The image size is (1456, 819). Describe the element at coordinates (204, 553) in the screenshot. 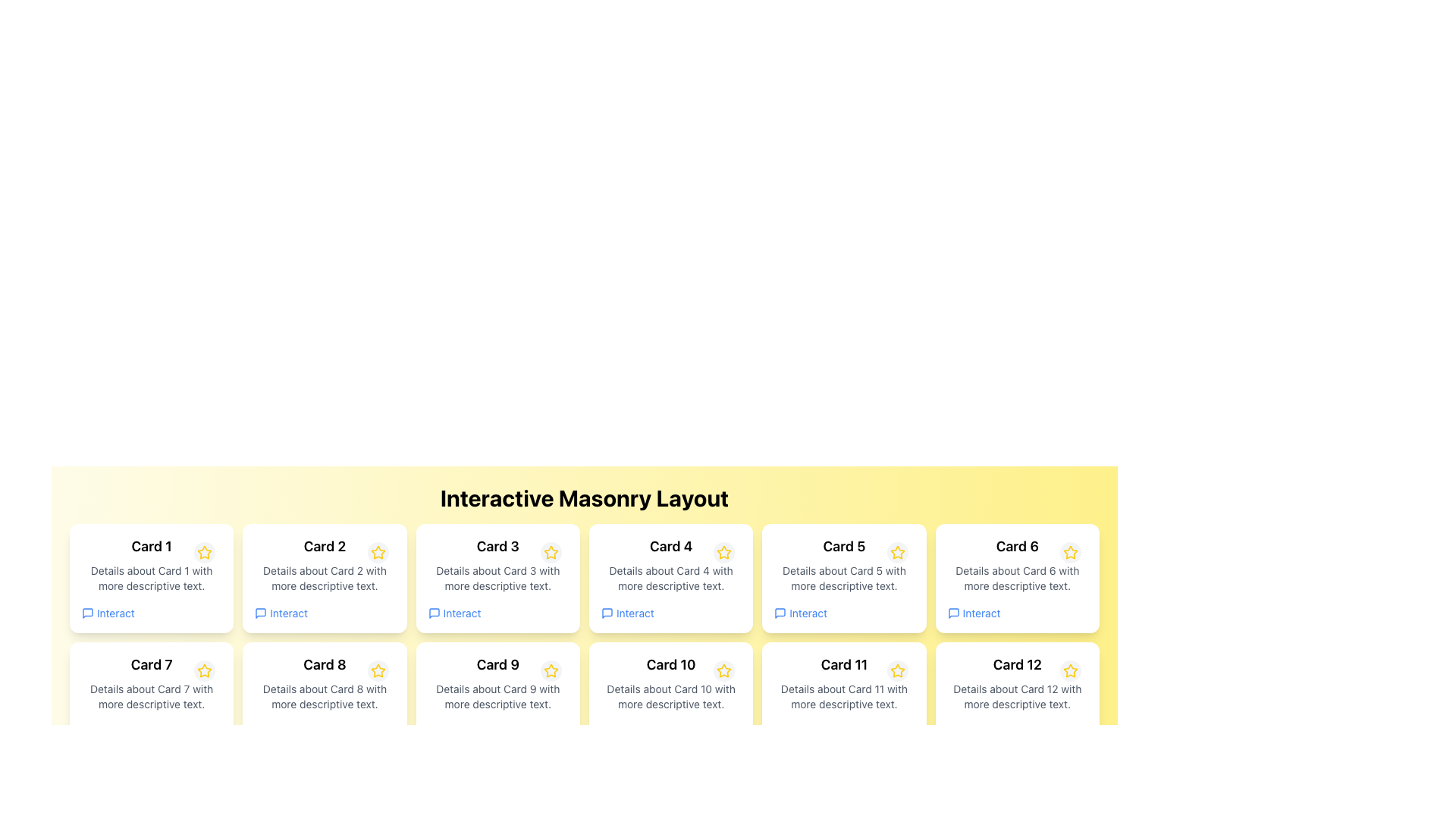

I see `the decorative star icon with a yellow border located at the top right corner of 'Card 1' to mark it as a favorite` at that location.